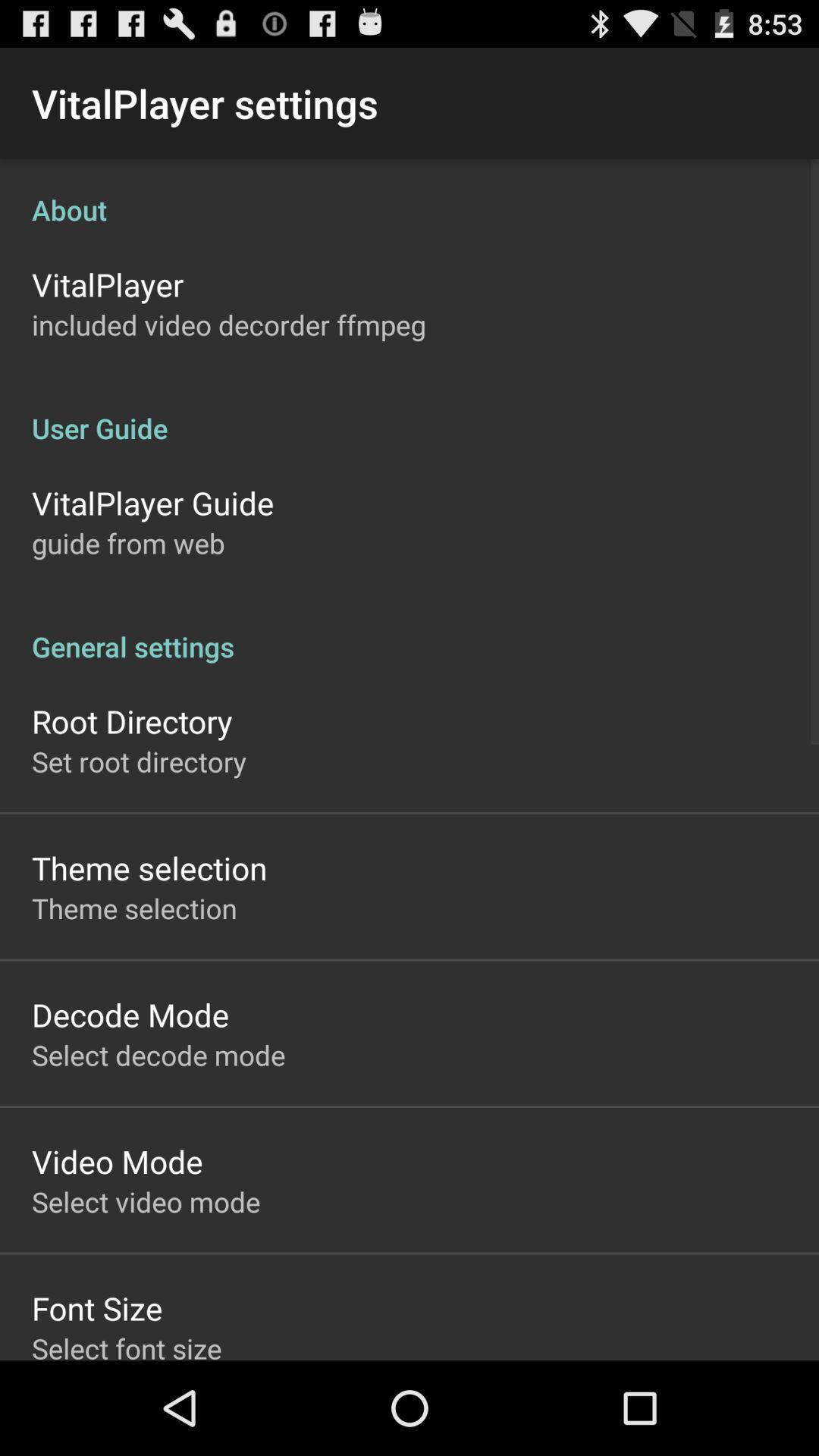 The height and width of the screenshot is (1456, 819). Describe the element at coordinates (152, 502) in the screenshot. I see `the vitalplayer guide icon` at that location.